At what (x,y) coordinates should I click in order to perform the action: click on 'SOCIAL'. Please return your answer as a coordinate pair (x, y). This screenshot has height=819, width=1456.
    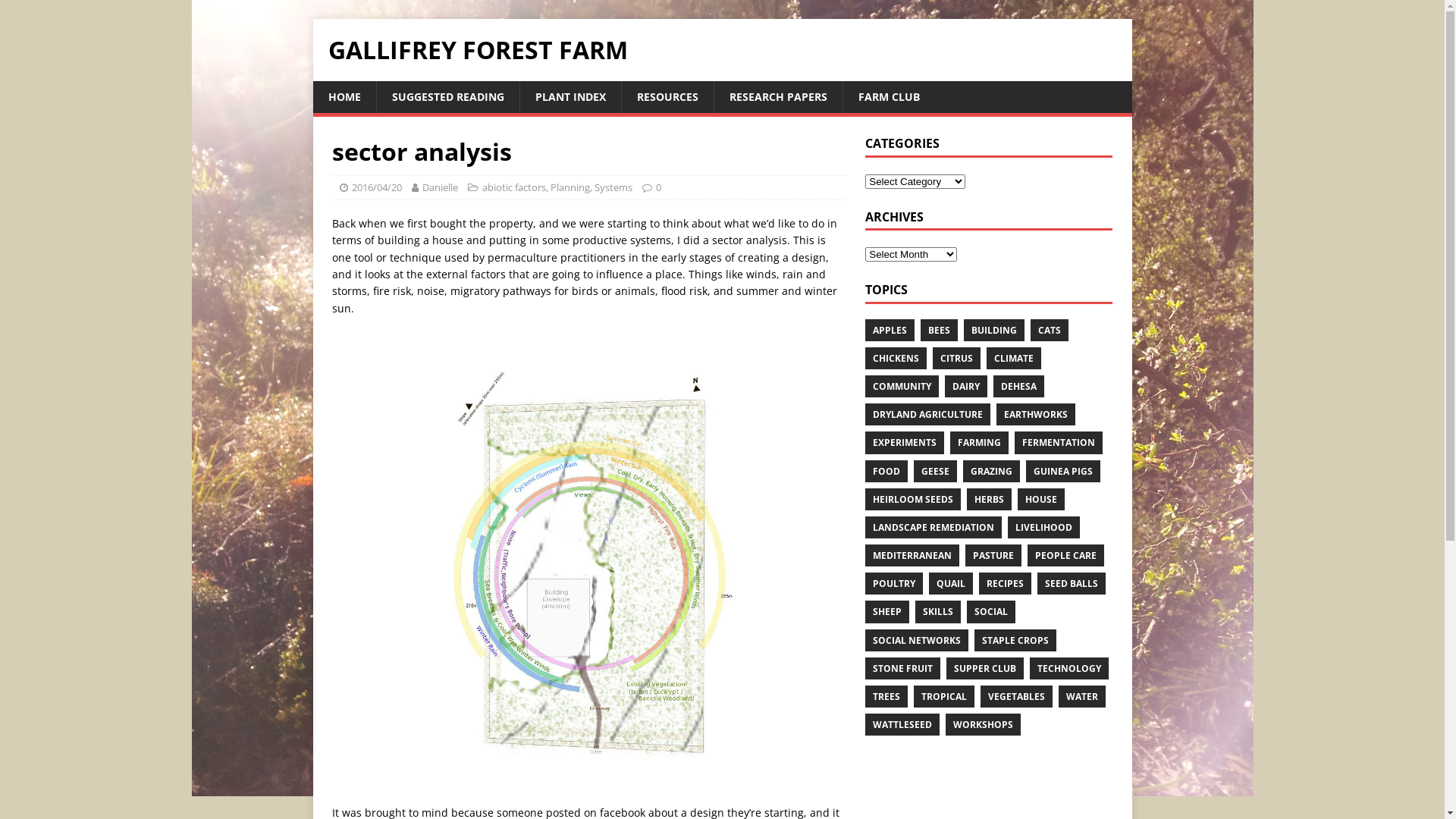
    Looking at the image, I should click on (990, 610).